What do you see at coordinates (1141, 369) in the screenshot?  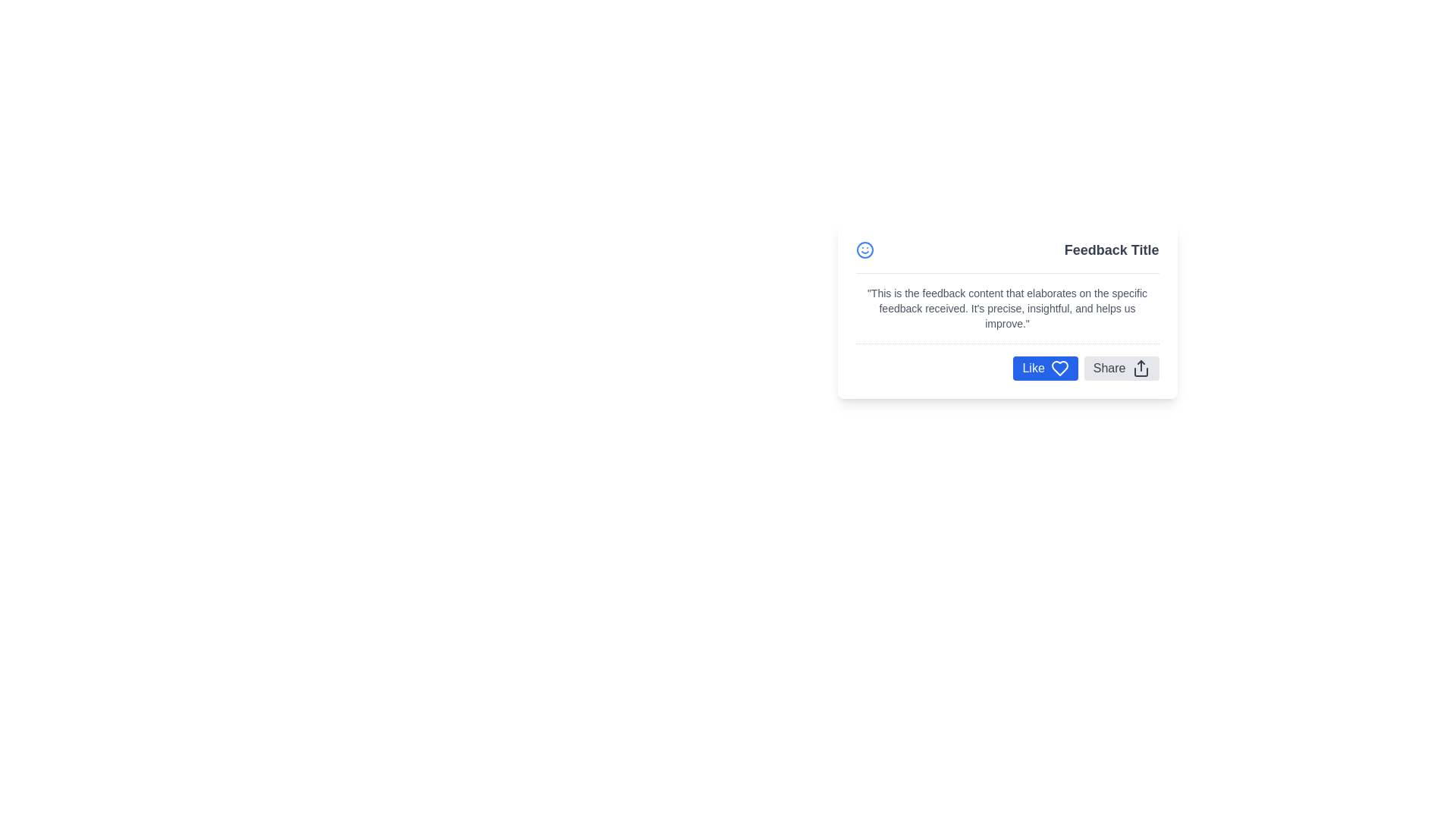 I see `the 'Share' icon button` at bounding box center [1141, 369].